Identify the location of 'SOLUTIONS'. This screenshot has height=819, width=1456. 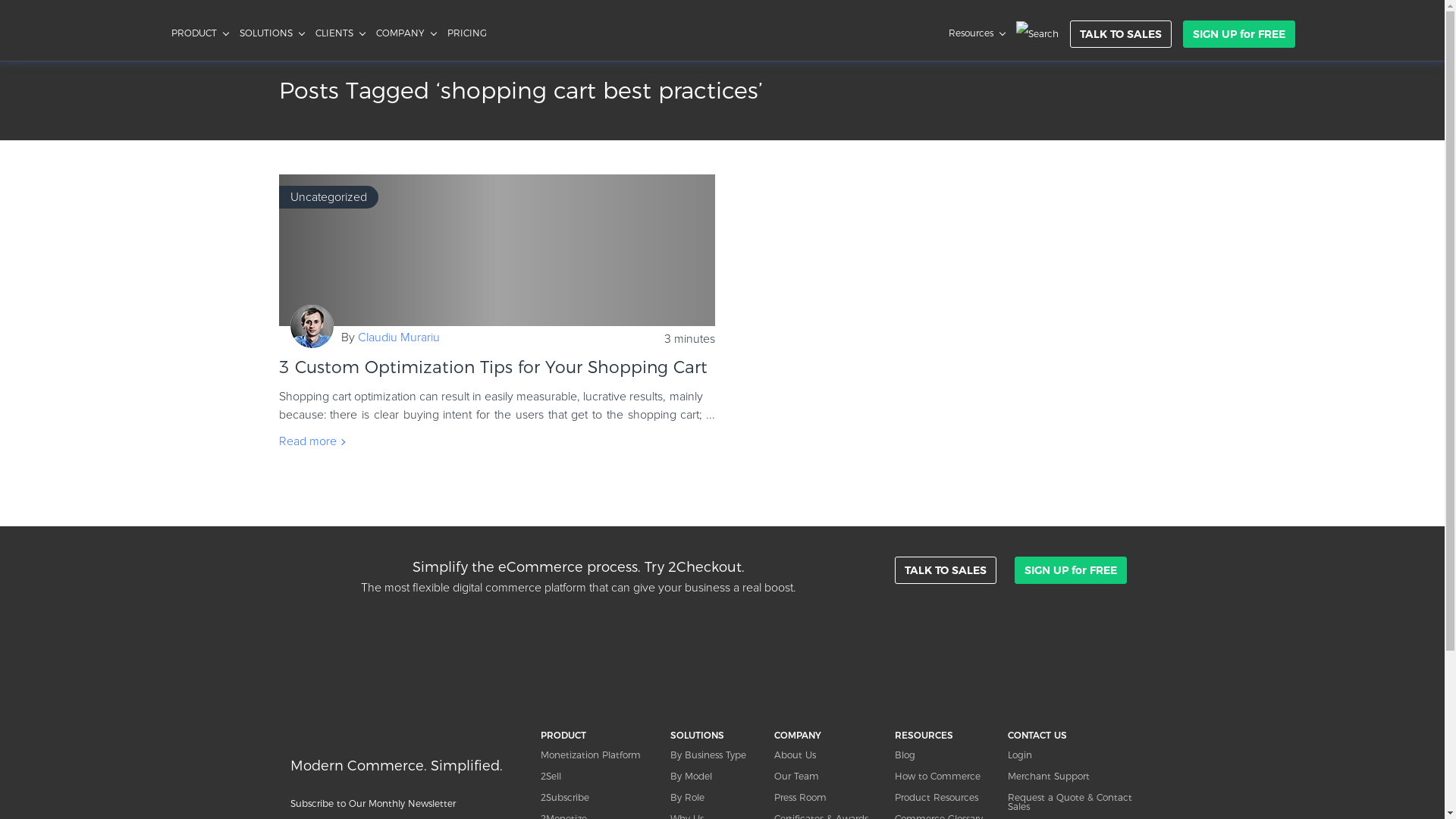
(712, 734).